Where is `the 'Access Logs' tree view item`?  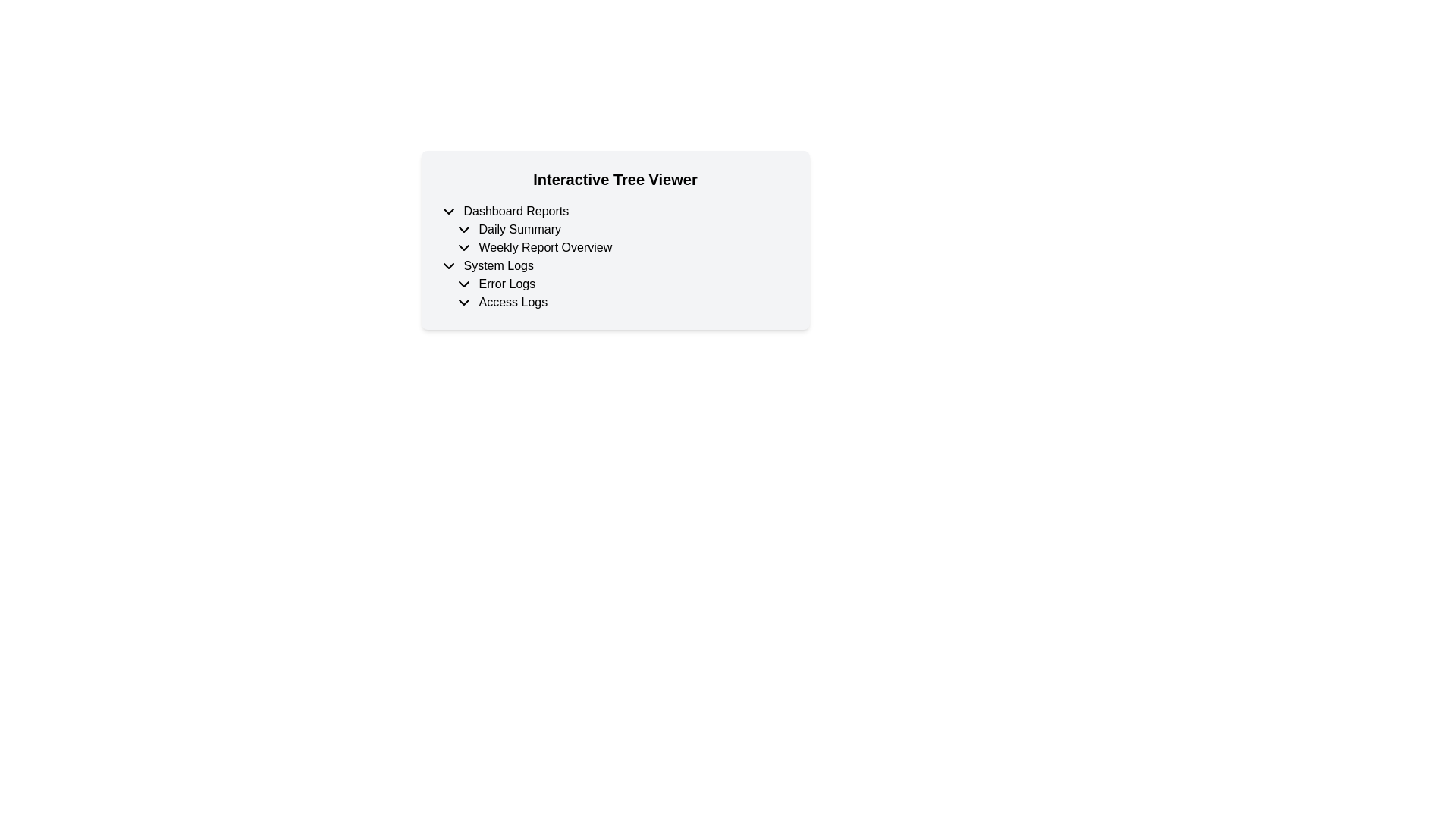 the 'Access Logs' tree view item is located at coordinates (615, 302).